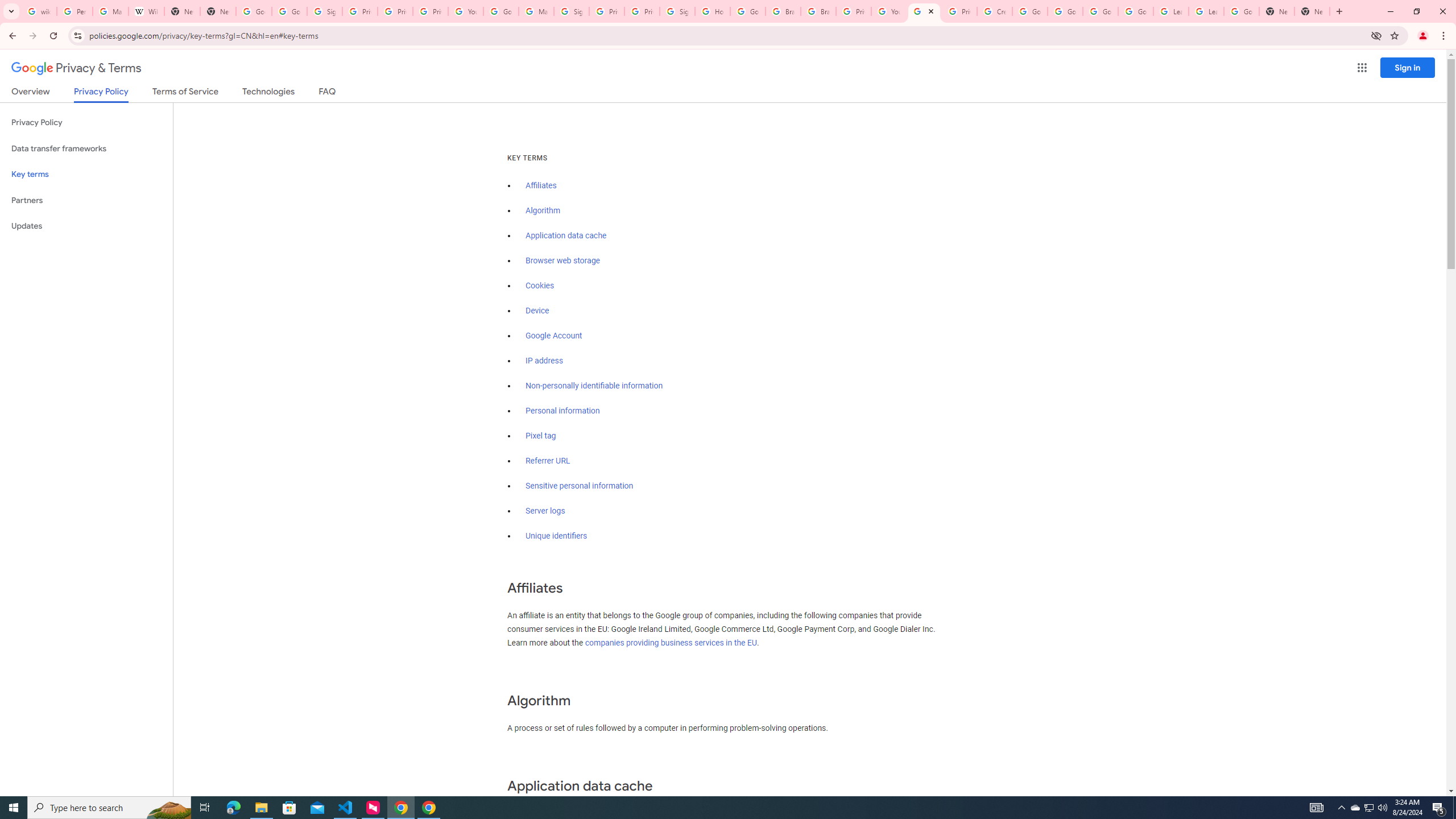  Describe the element at coordinates (146, 11) in the screenshot. I see `'Wikipedia:Edit requests - Wikipedia'` at that location.